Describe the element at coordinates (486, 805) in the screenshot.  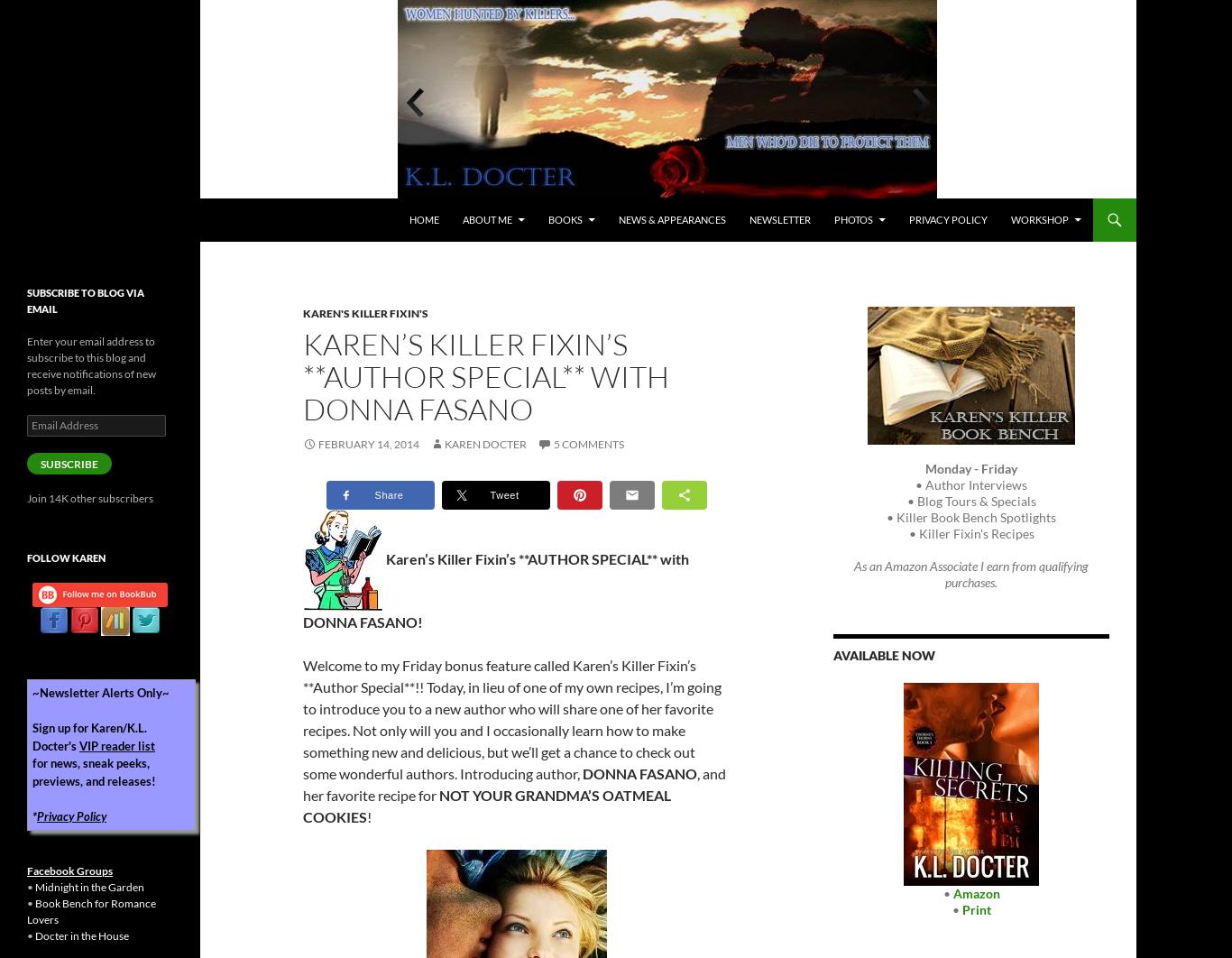
I see `'NOT YOUR GRANDMA’S OATMEAL COOKIES'` at that location.